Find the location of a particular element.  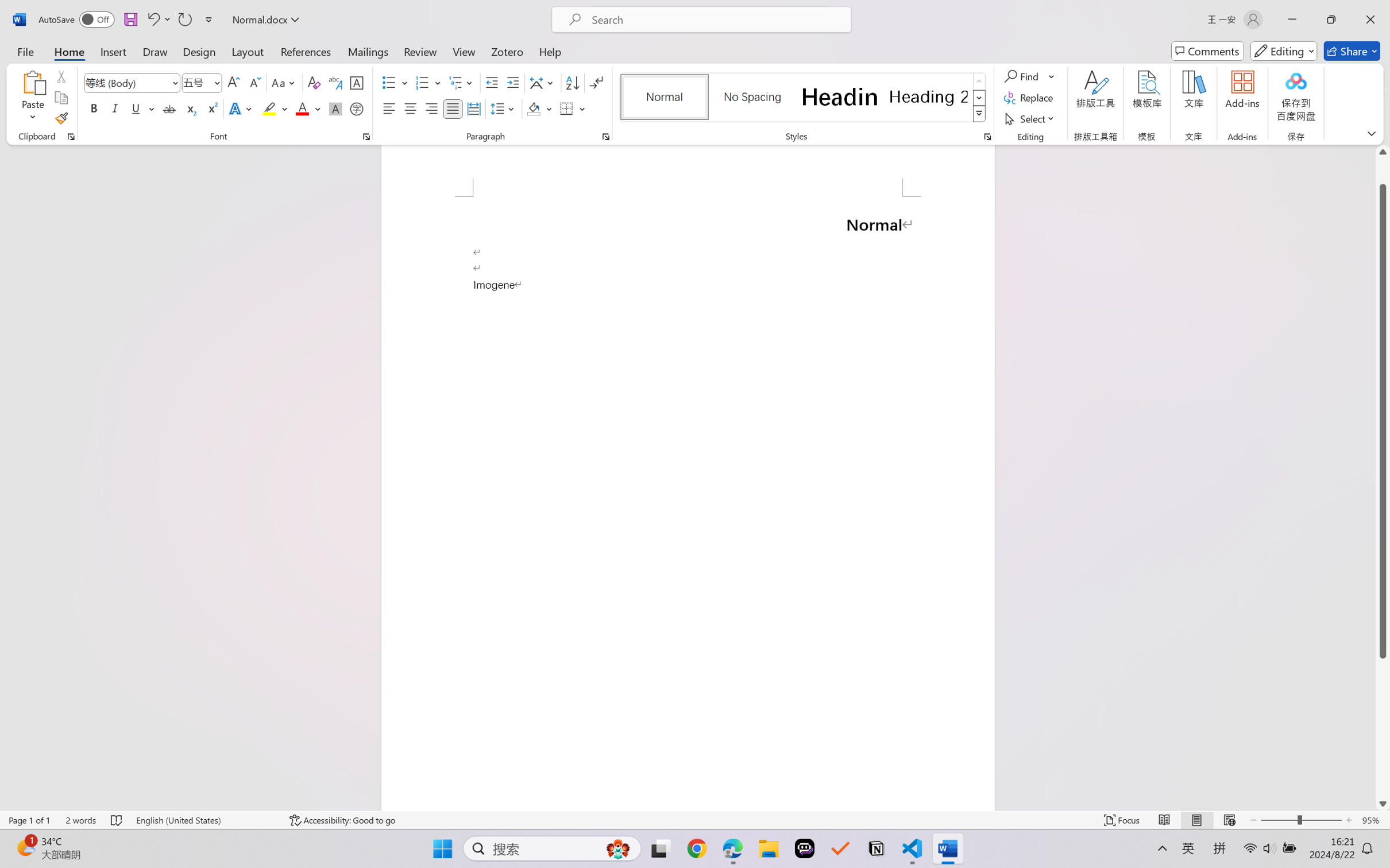

'Align Right' is located at coordinates (432, 108).